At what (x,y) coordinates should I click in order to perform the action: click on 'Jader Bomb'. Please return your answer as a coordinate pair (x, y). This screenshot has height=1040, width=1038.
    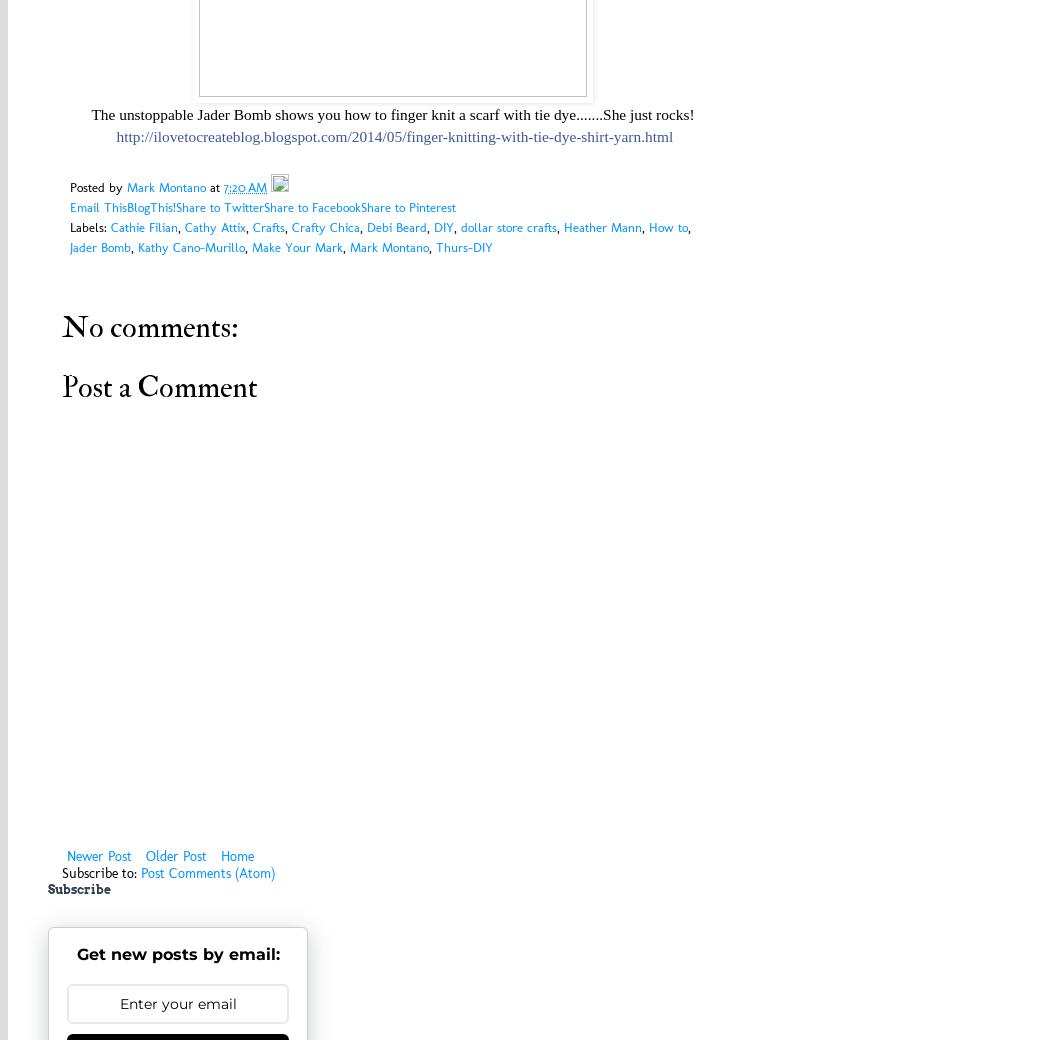
    Looking at the image, I should click on (99, 247).